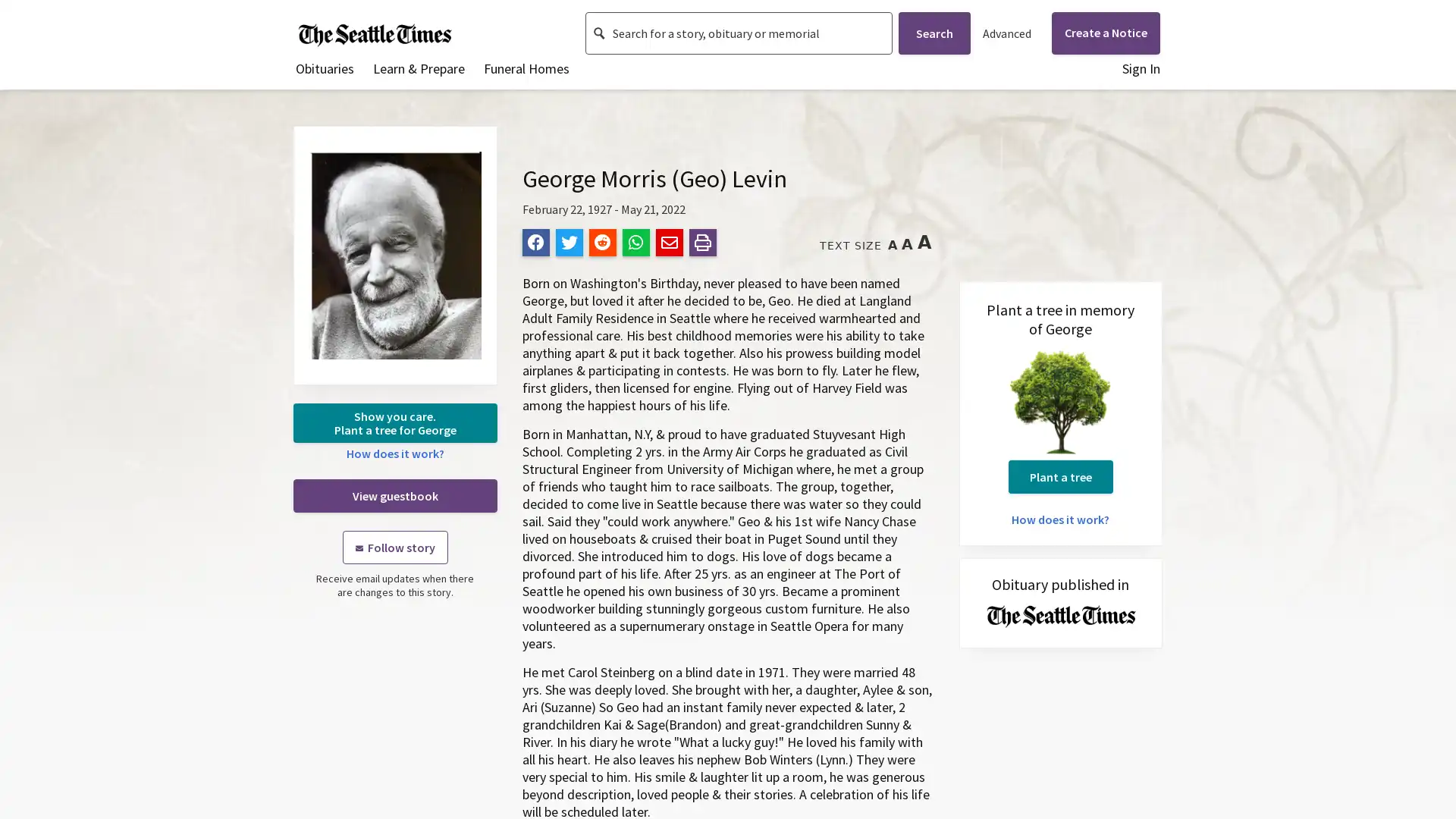  What do you see at coordinates (933, 33) in the screenshot?
I see `Search` at bounding box center [933, 33].